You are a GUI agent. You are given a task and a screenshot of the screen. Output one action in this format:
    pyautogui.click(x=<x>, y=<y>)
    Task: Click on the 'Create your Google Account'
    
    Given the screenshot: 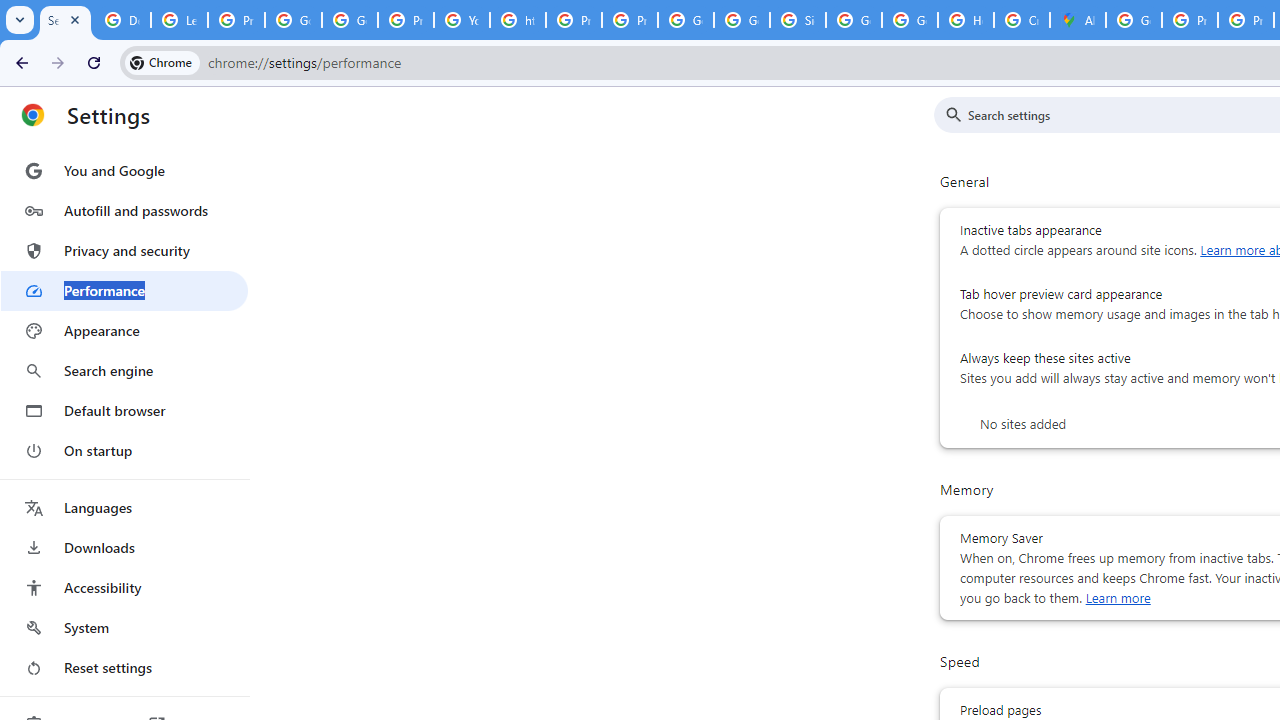 What is the action you would take?
    pyautogui.click(x=1022, y=20)
    